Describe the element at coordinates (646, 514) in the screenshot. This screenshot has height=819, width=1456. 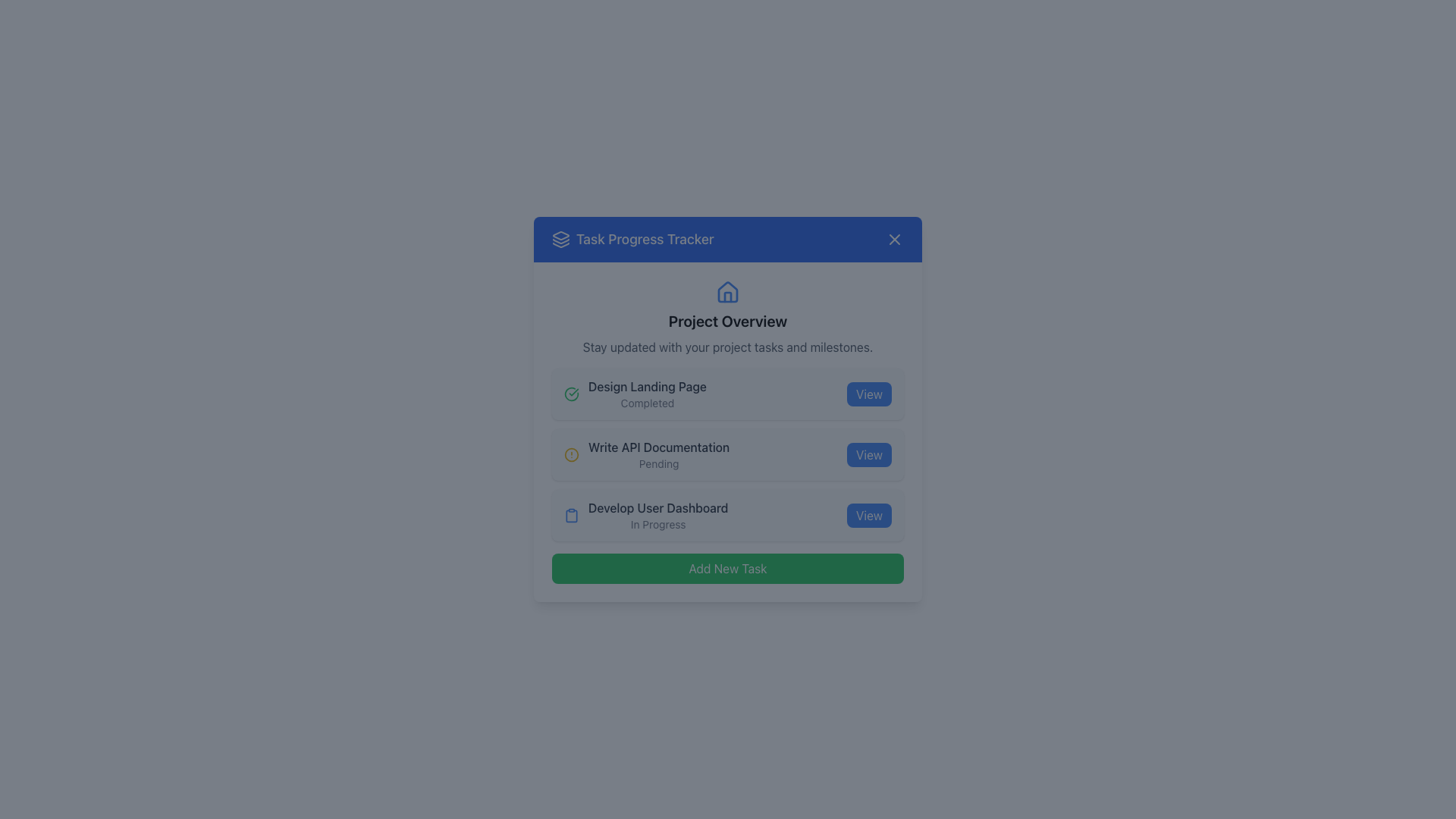
I see `the text label 'Develop User Dashboard' with a clipboard icon, which is the second component of the third task entry in the 'Task Progress Tracker' interface` at that location.